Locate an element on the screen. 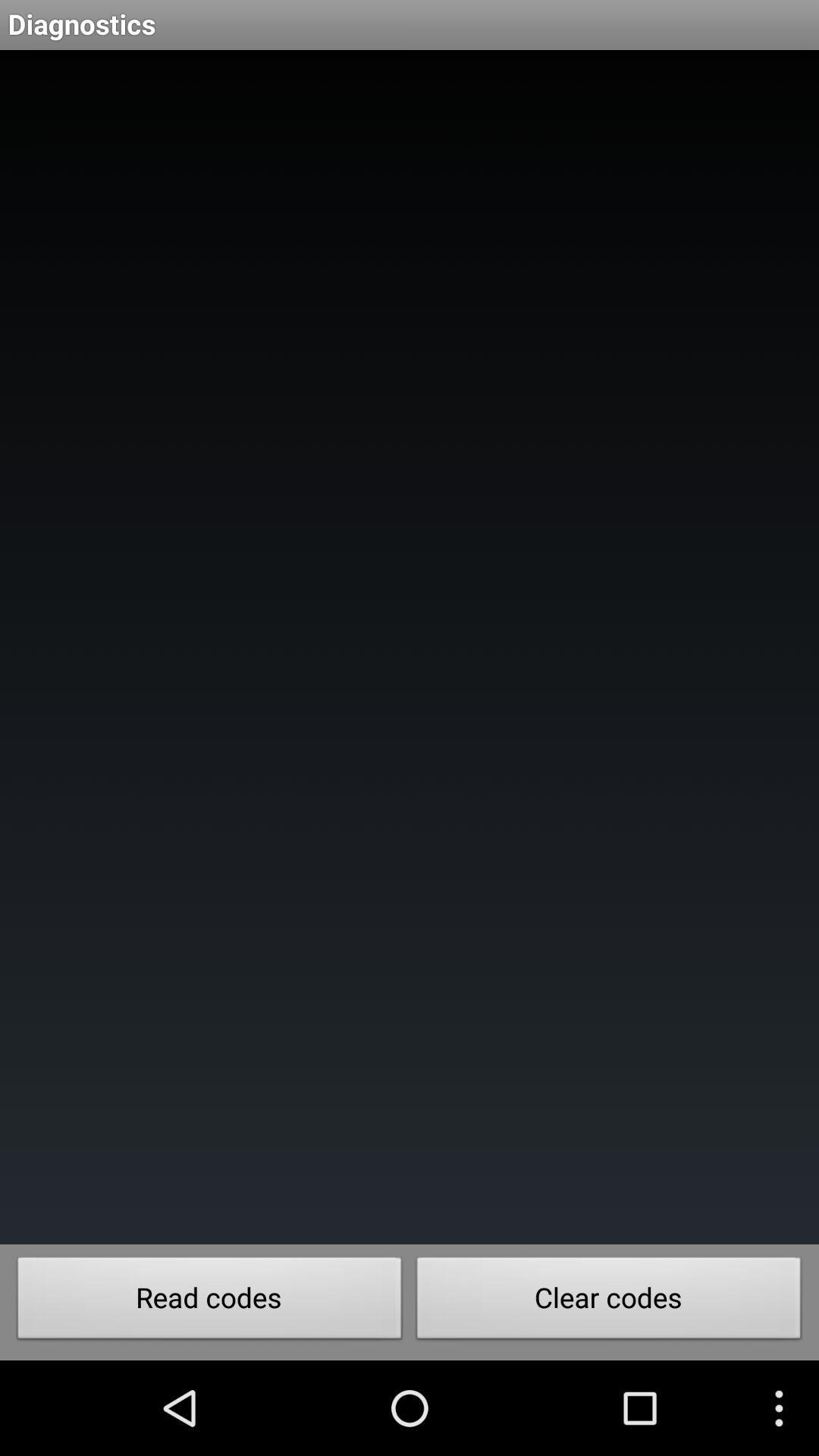 Image resolution: width=819 pixels, height=1456 pixels. the item next to the clear codes button is located at coordinates (209, 1301).